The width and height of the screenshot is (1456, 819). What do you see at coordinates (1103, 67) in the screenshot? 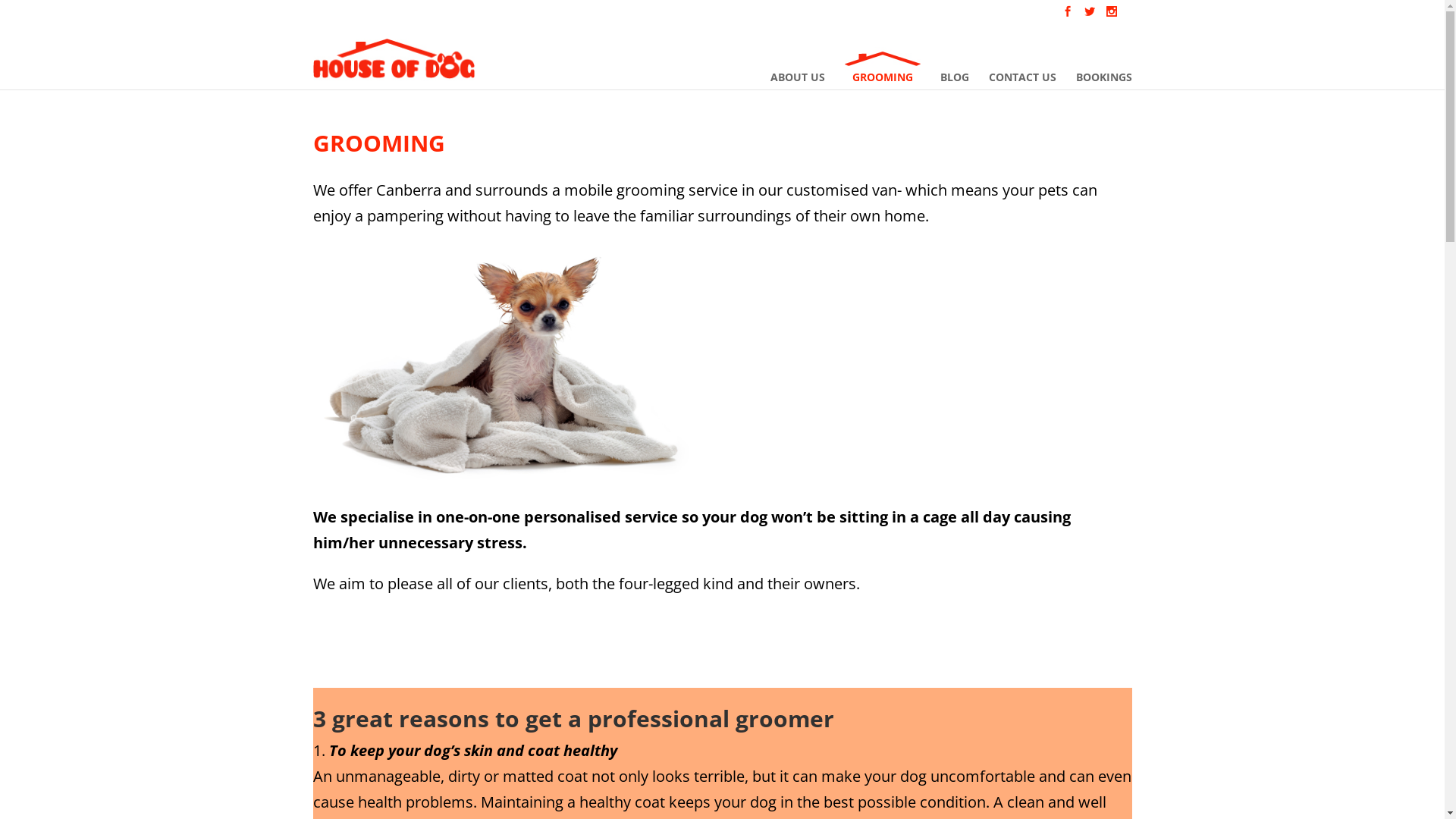
I see `'BOOKINGS'` at bounding box center [1103, 67].